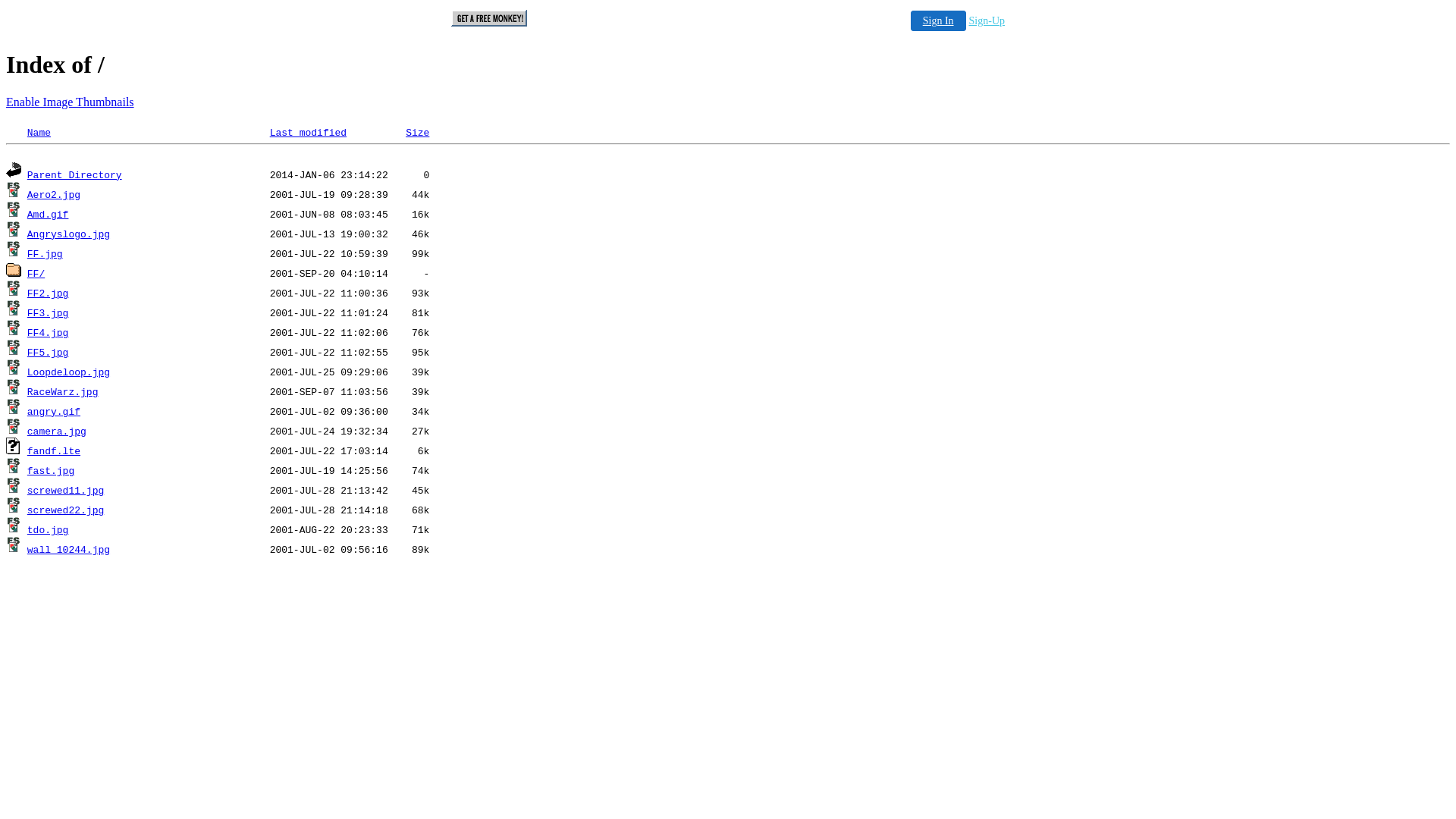 Image resolution: width=1456 pixels, height=819 pixels. Describe the element at coordinates (48, 353) in the screenshot. I see `'FF5.jpg'` at that location.